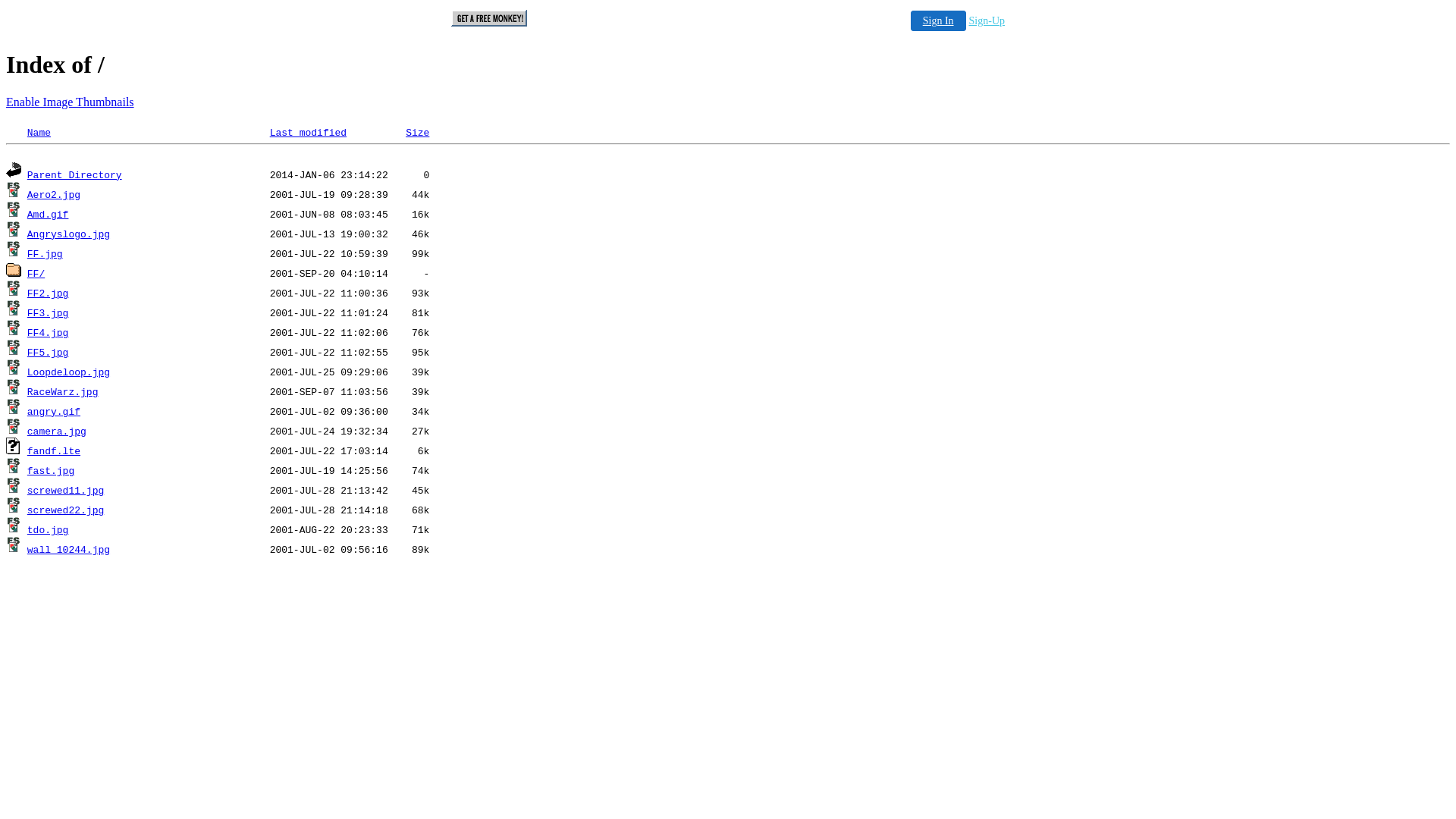 Image resolution: width=1456 pixels, height=819 pixels. Describe the element at coordinates (48, 353) in the screenshot. I see `'FF5.jpg'` at that location.